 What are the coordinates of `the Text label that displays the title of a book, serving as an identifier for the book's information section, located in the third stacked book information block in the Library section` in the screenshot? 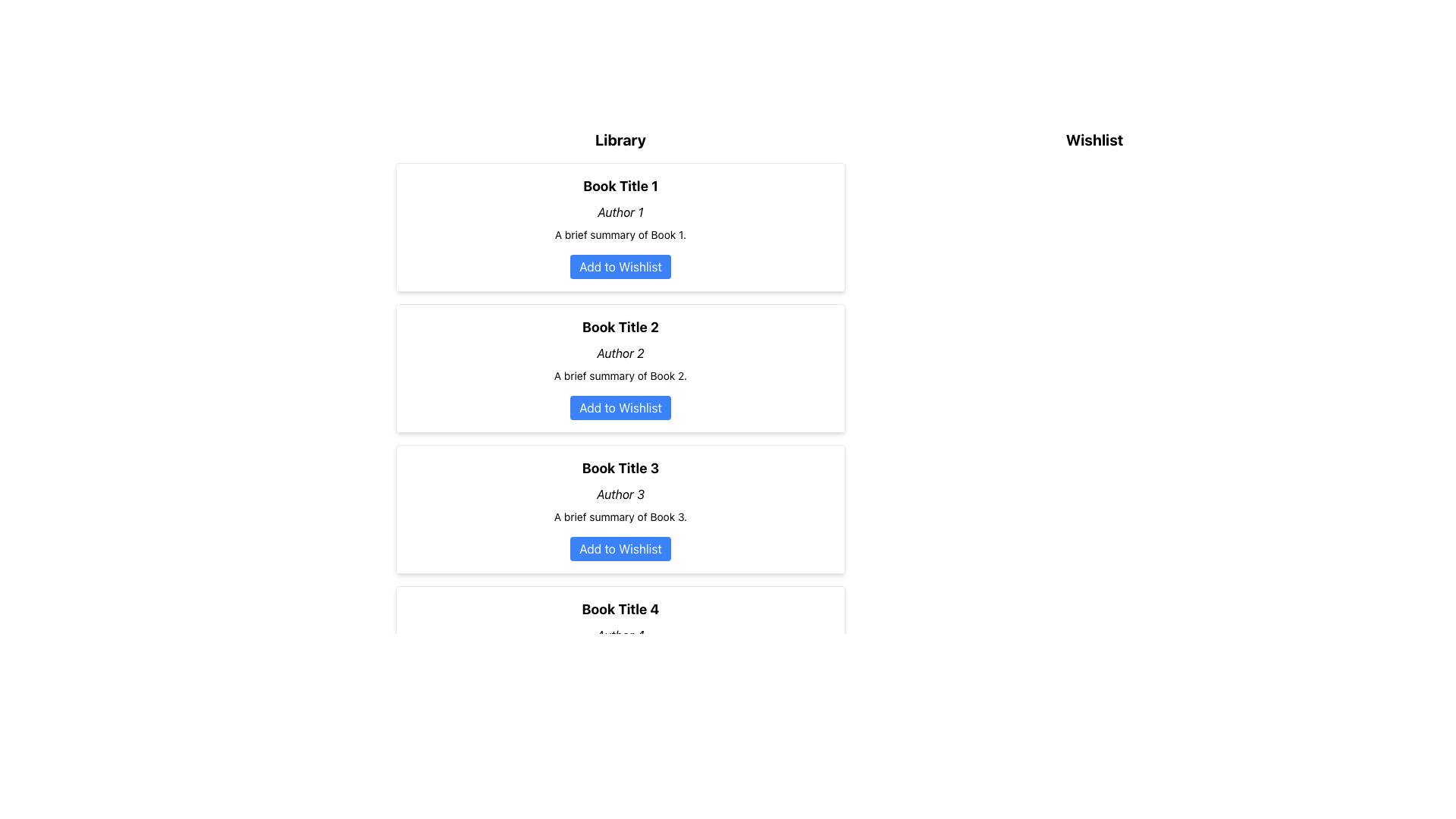 It's located at (620, 467).